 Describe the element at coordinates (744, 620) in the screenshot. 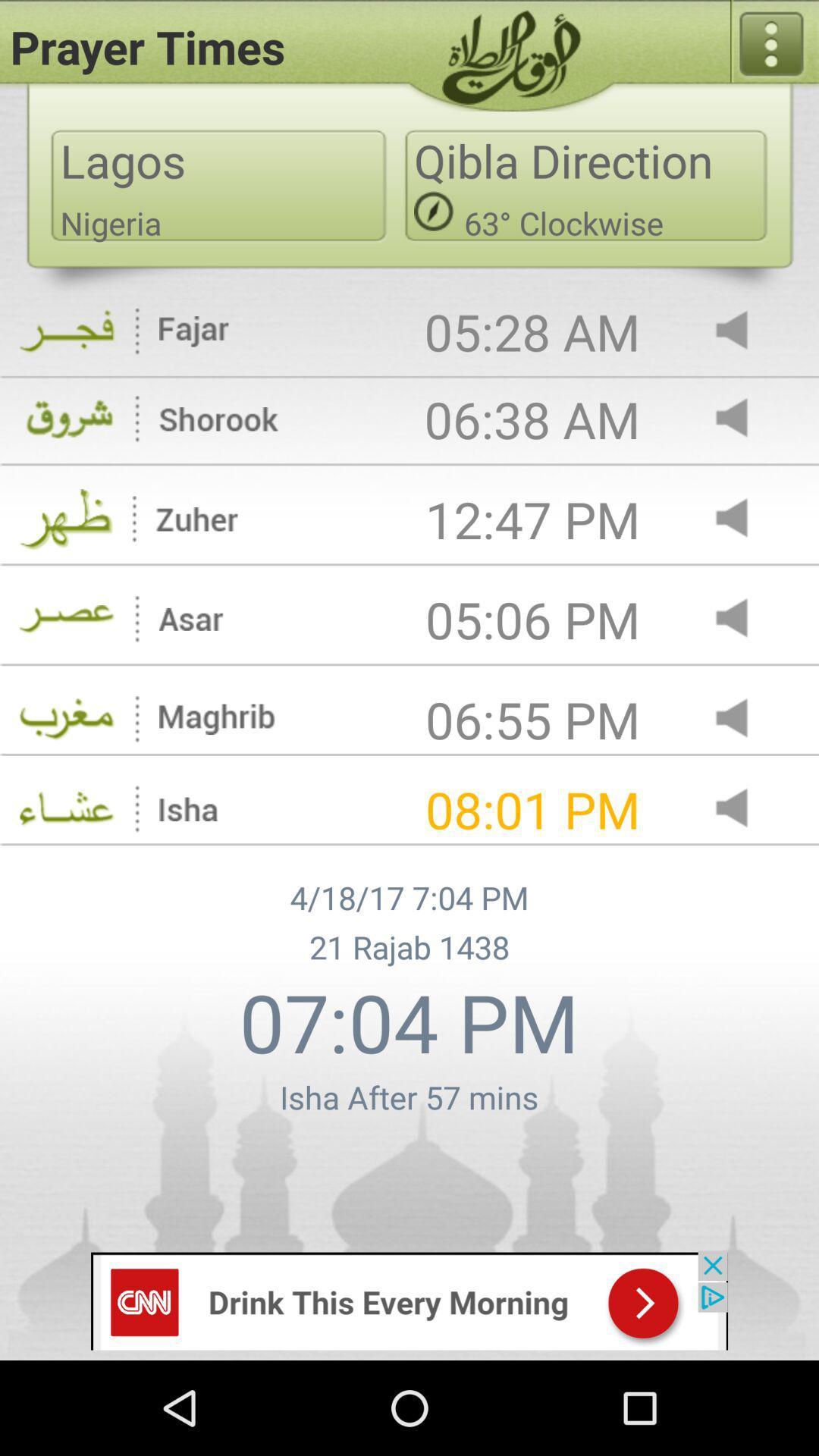

I see `muslim prayer times muslim prayer times and kiblah direction app` at that location.